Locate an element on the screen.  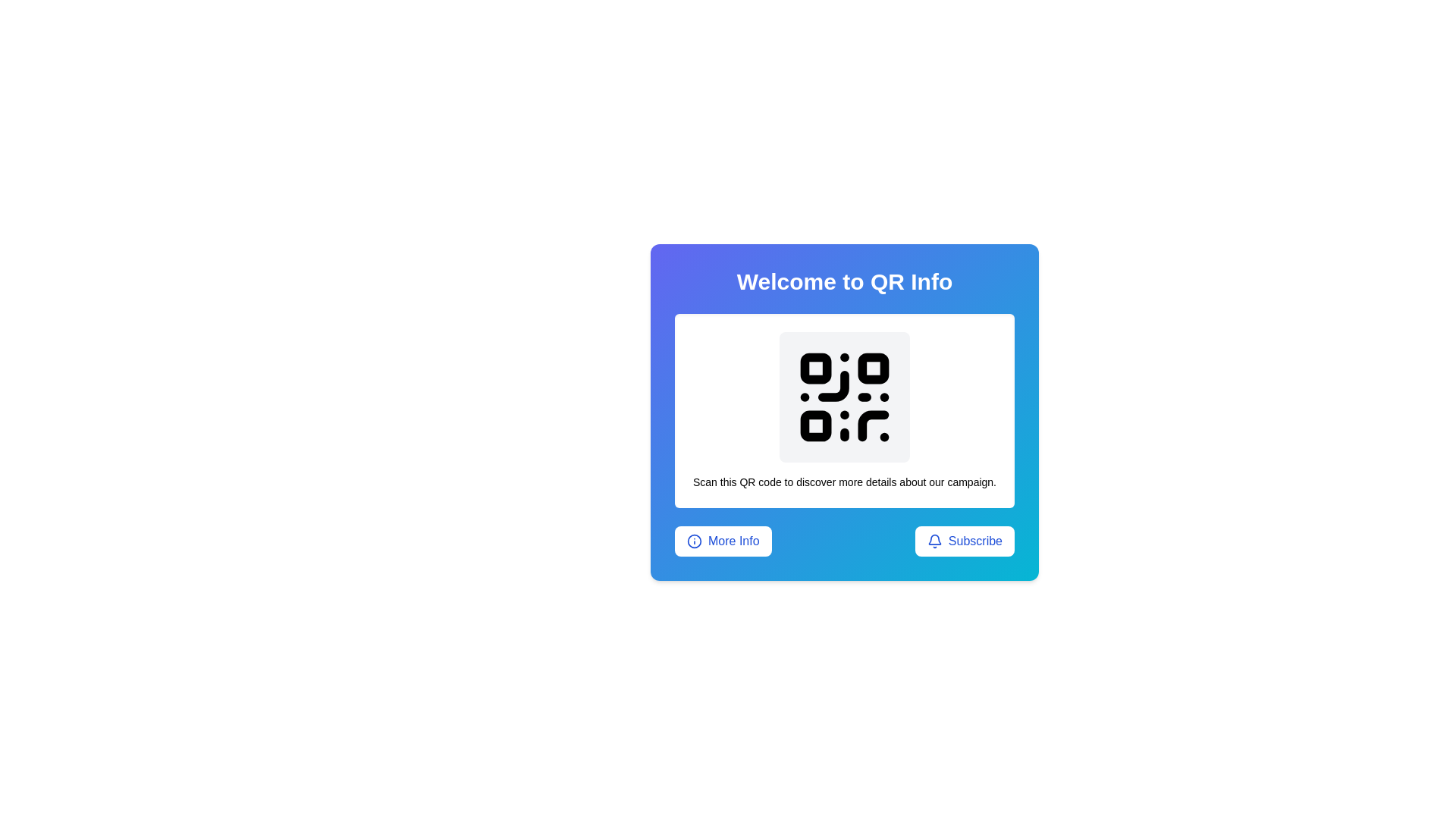
the small square shape with rounded corners that is part of the QR code representation, located in the top-left corner of the QR code structure is located at coordinates (815, 369).